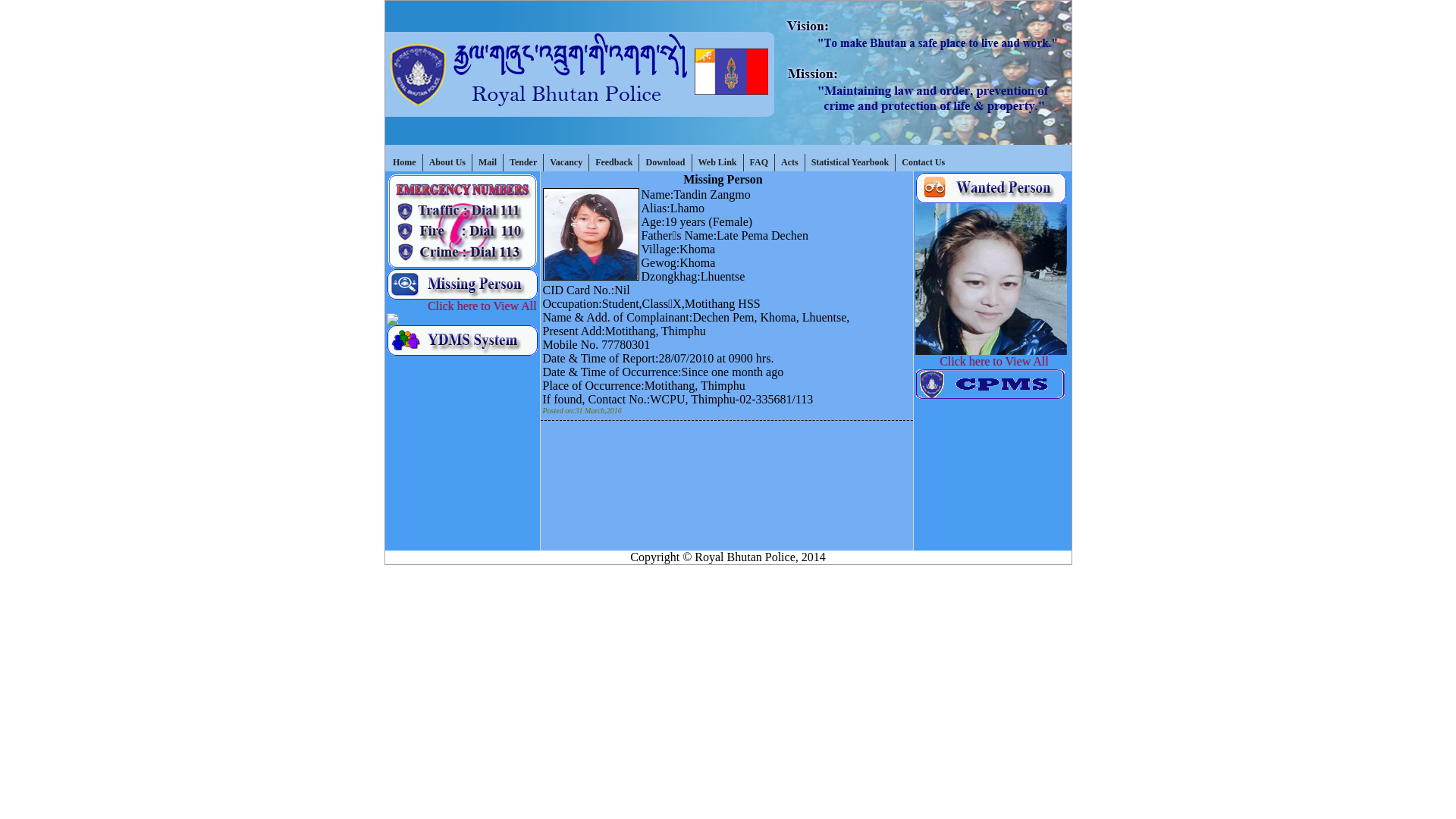 This screenshot has width=1456, height=819. Describe the element at coordinates (759, 162) in the screenshot. I see `'FAQ'` at that location.